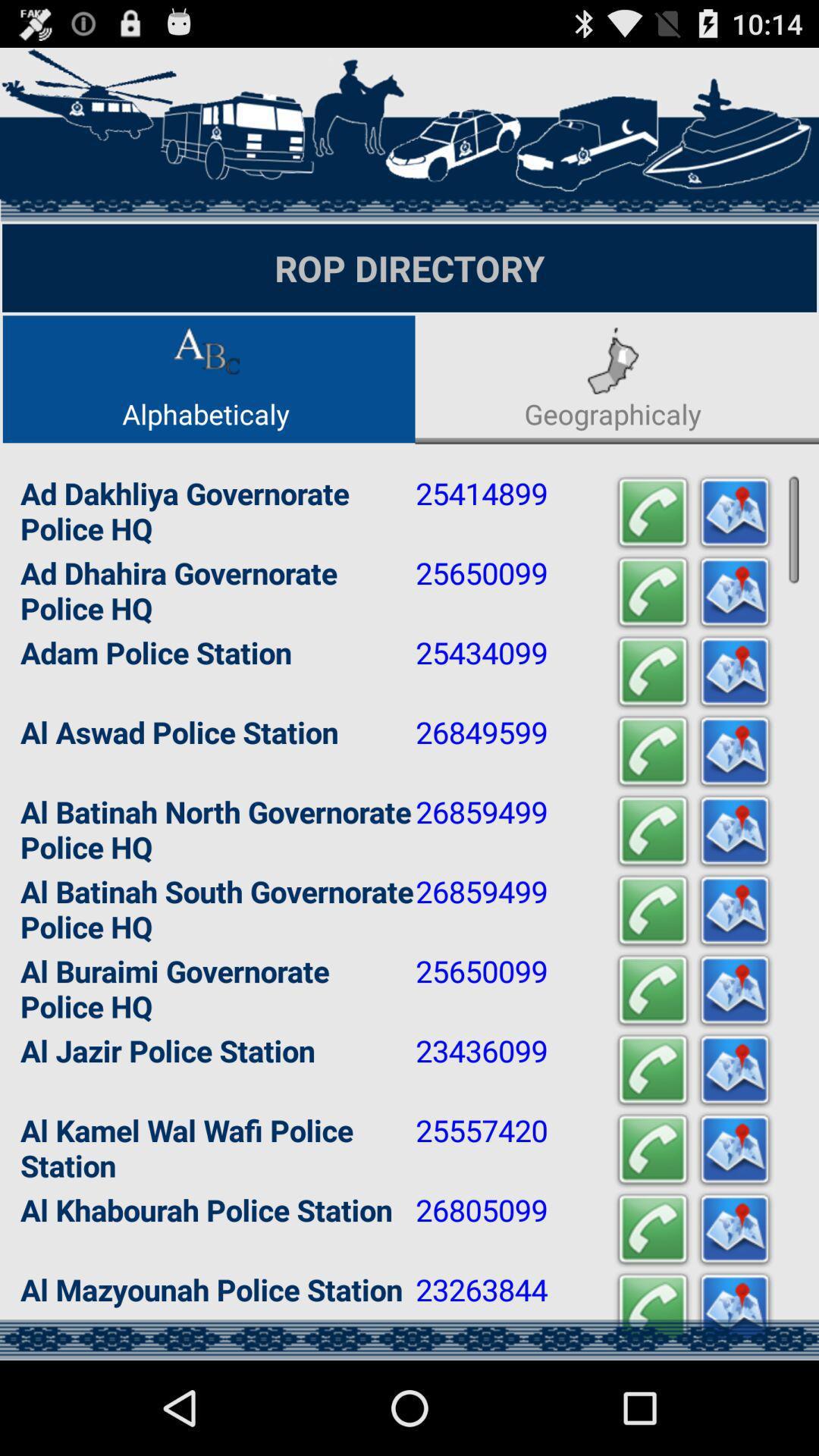  I want to click on call, so click(651, 1229).